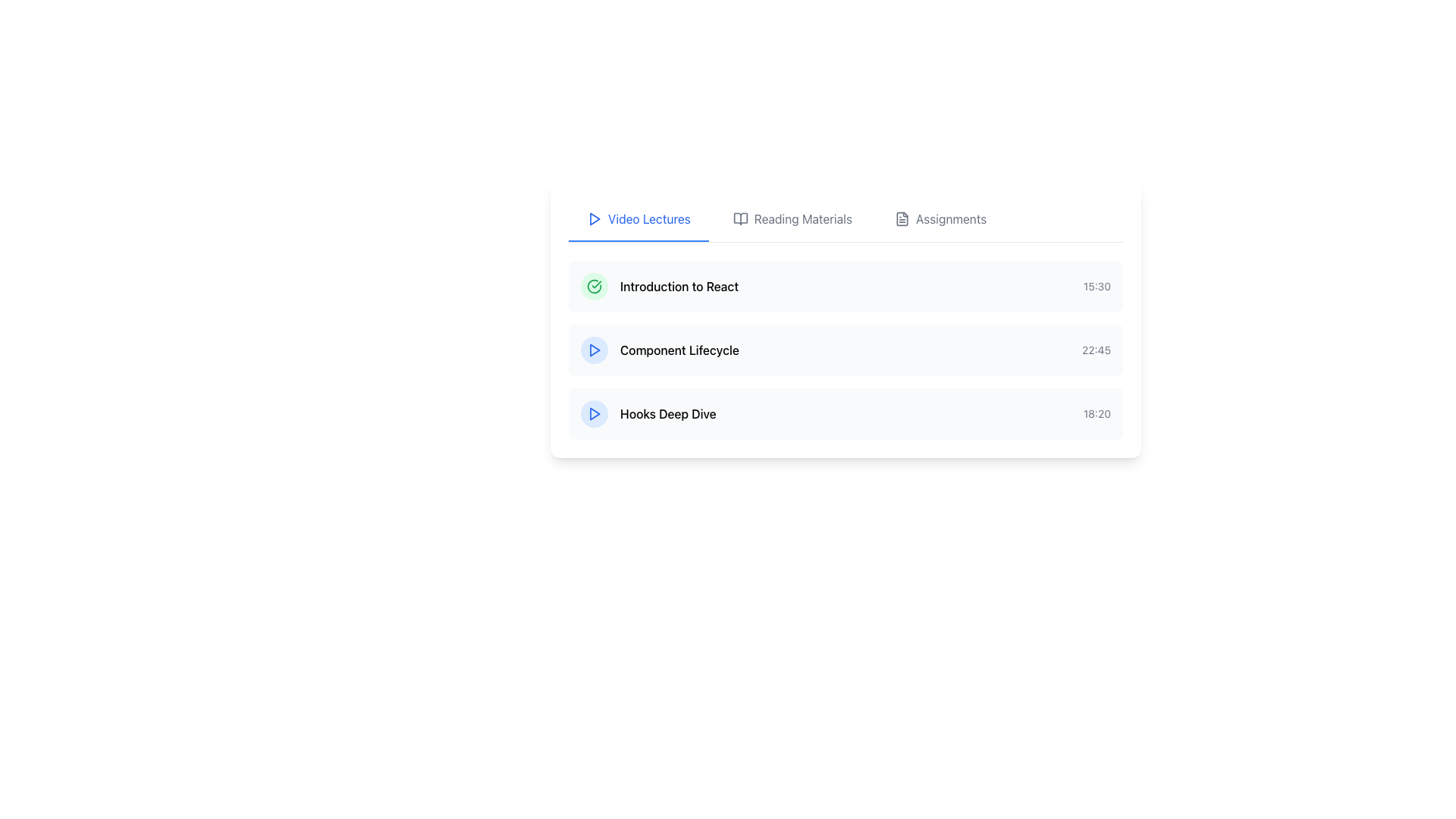  What do you see at coordinates (902, 219) in the screenshot?
I see `icon representing file-related tasks next to the 'Assignments' label in the top-right section of the interface` at bounding box center [902, 219].